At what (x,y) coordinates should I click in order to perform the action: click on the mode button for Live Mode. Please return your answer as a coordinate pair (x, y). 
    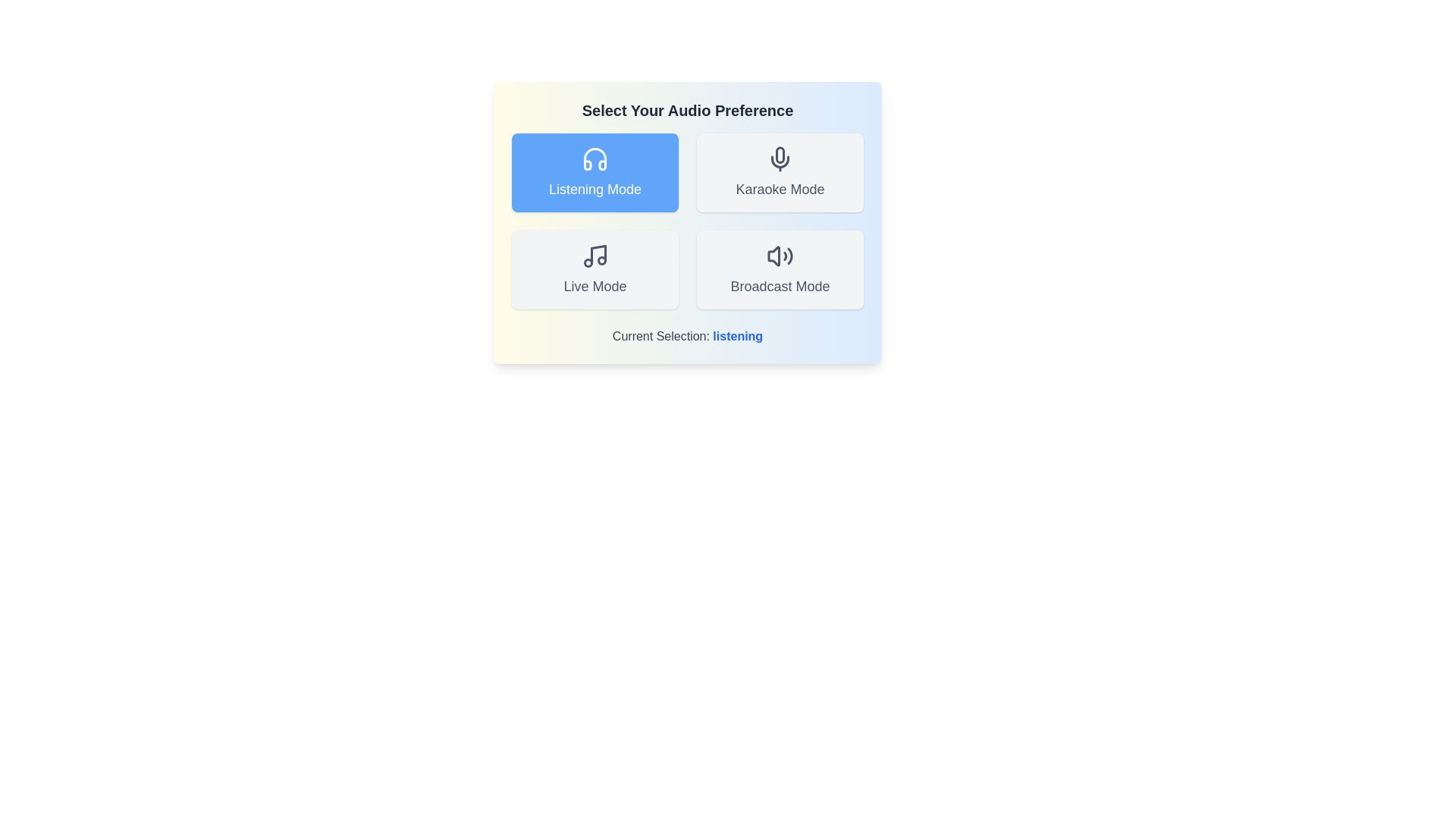
    Looking at the image, I should click on (595, 268).